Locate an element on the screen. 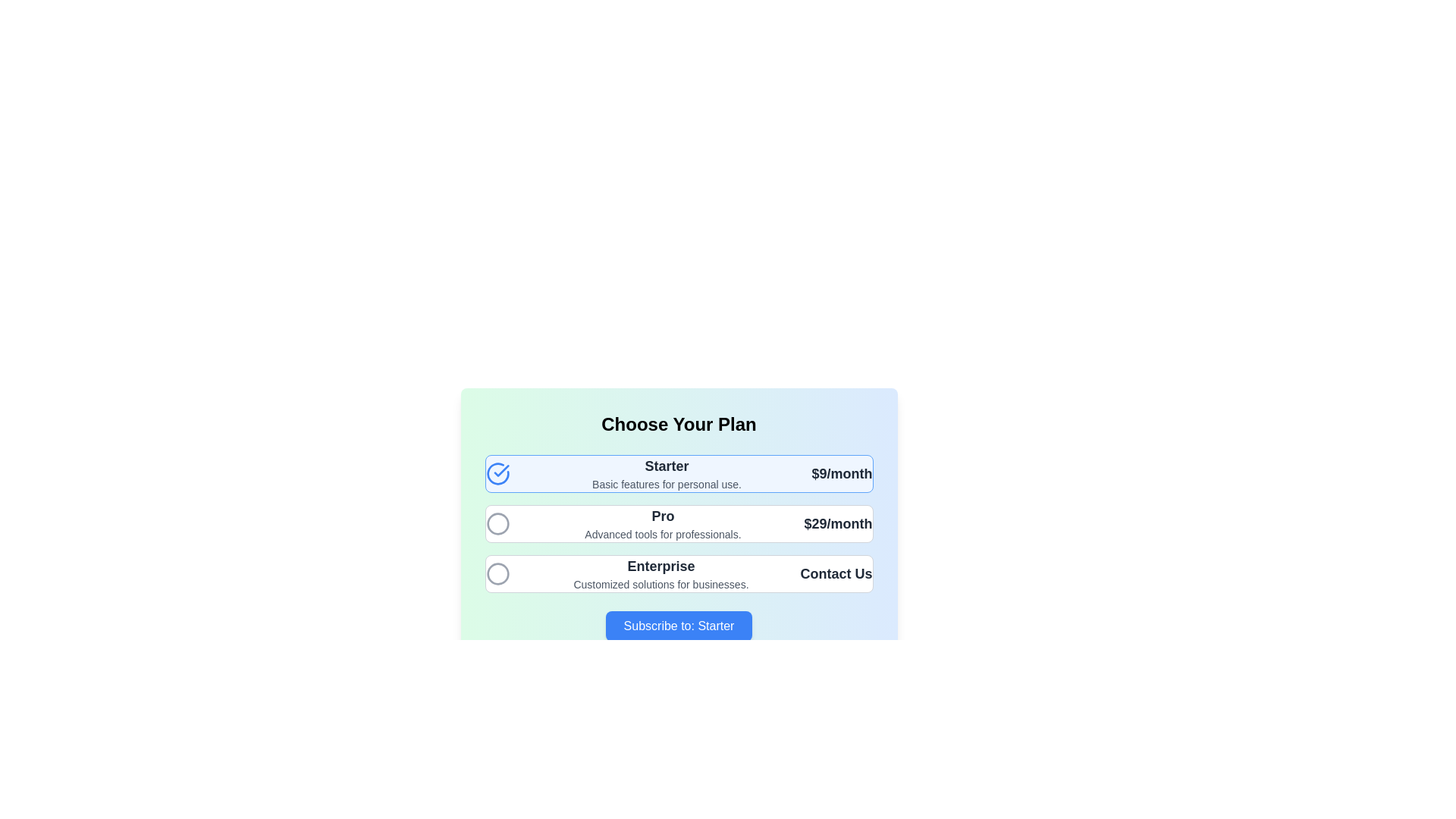  the text label containing 'Basic features for personal use.' located below the 'Starter' heading in the pricing section is located at coordinates (667, 485).